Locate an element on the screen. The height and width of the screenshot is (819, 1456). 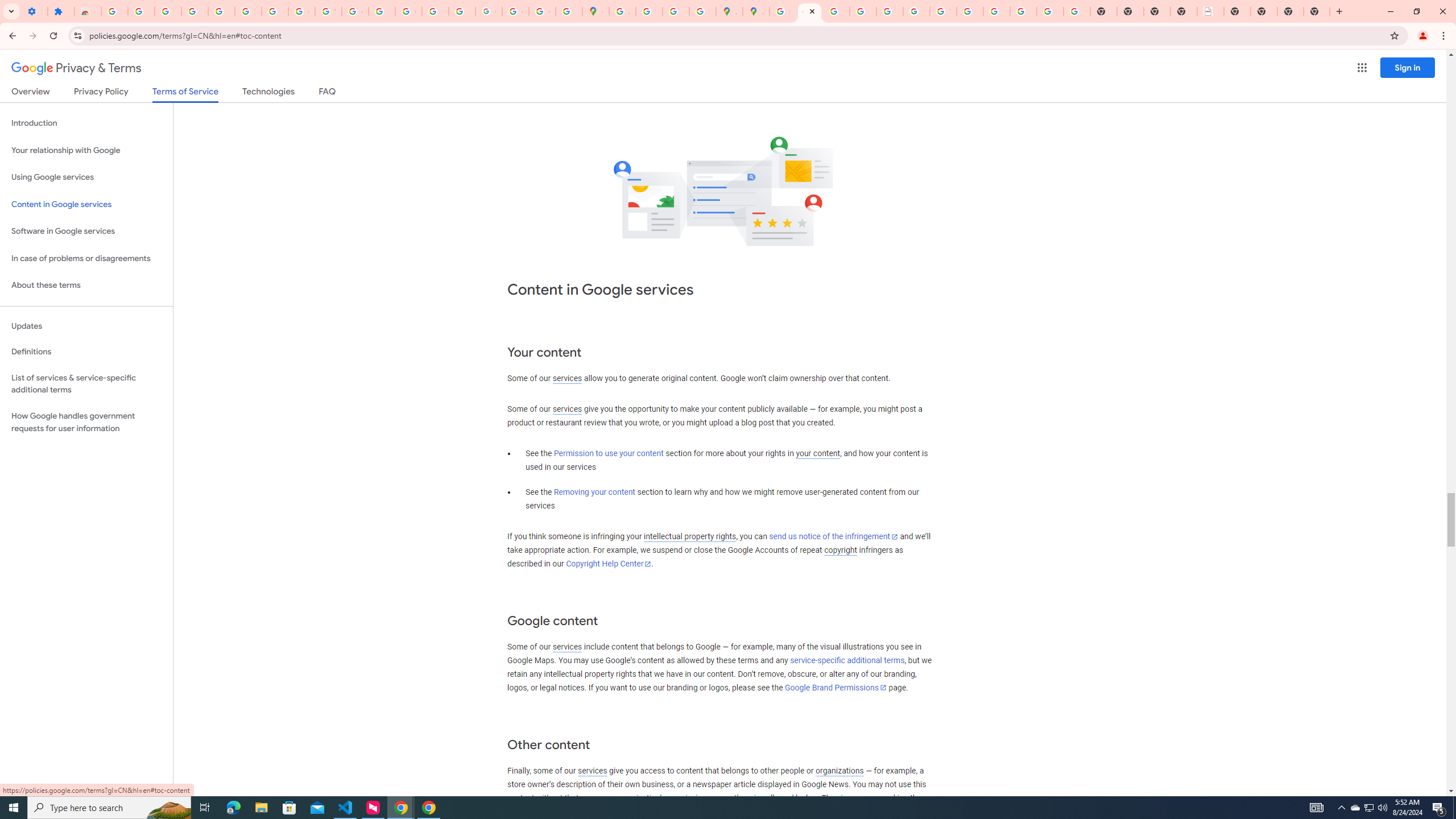
'copyright' is located at coordinates (840, 551).